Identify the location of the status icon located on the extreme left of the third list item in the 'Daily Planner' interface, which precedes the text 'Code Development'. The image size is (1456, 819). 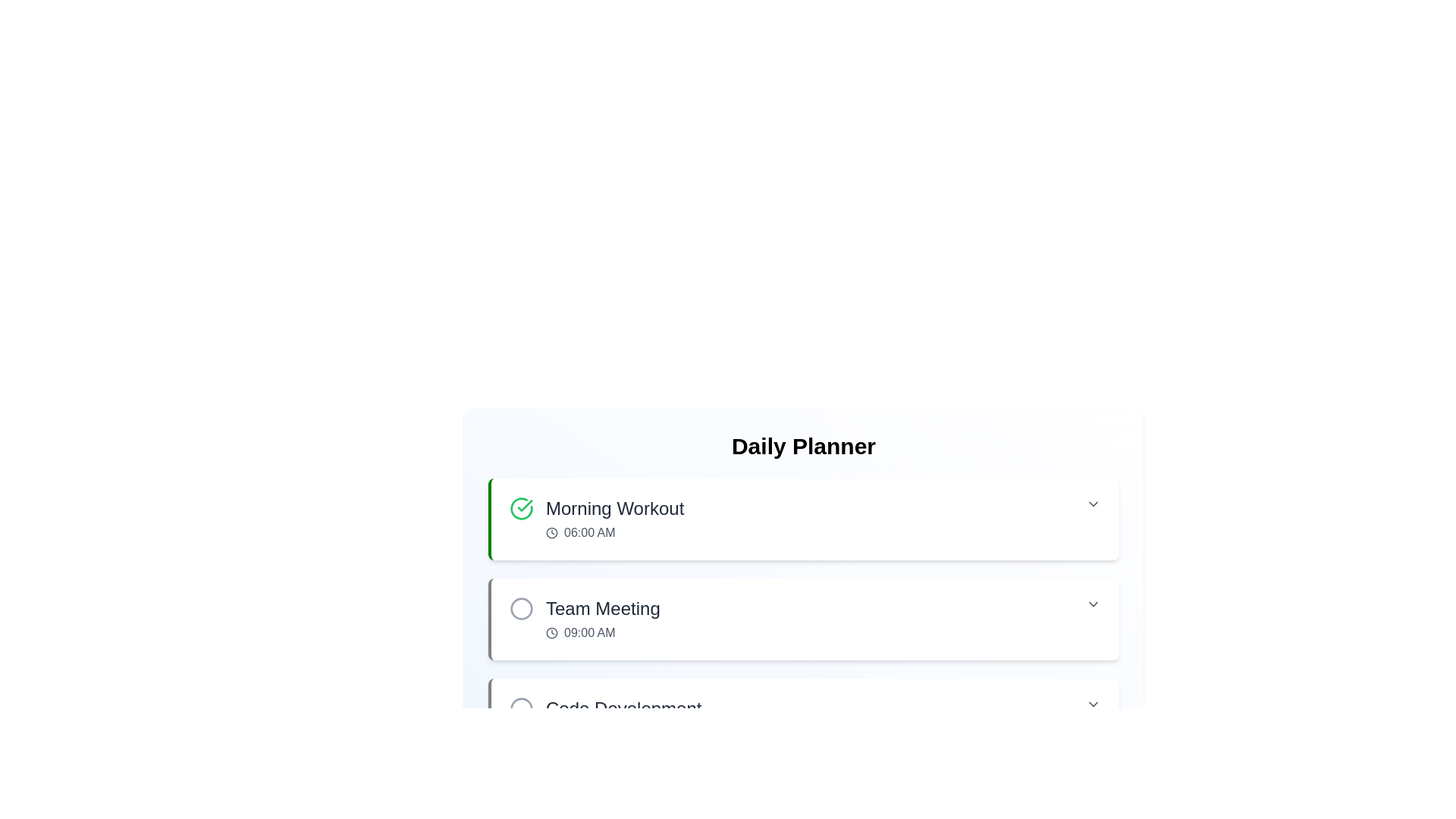
(521, 708).